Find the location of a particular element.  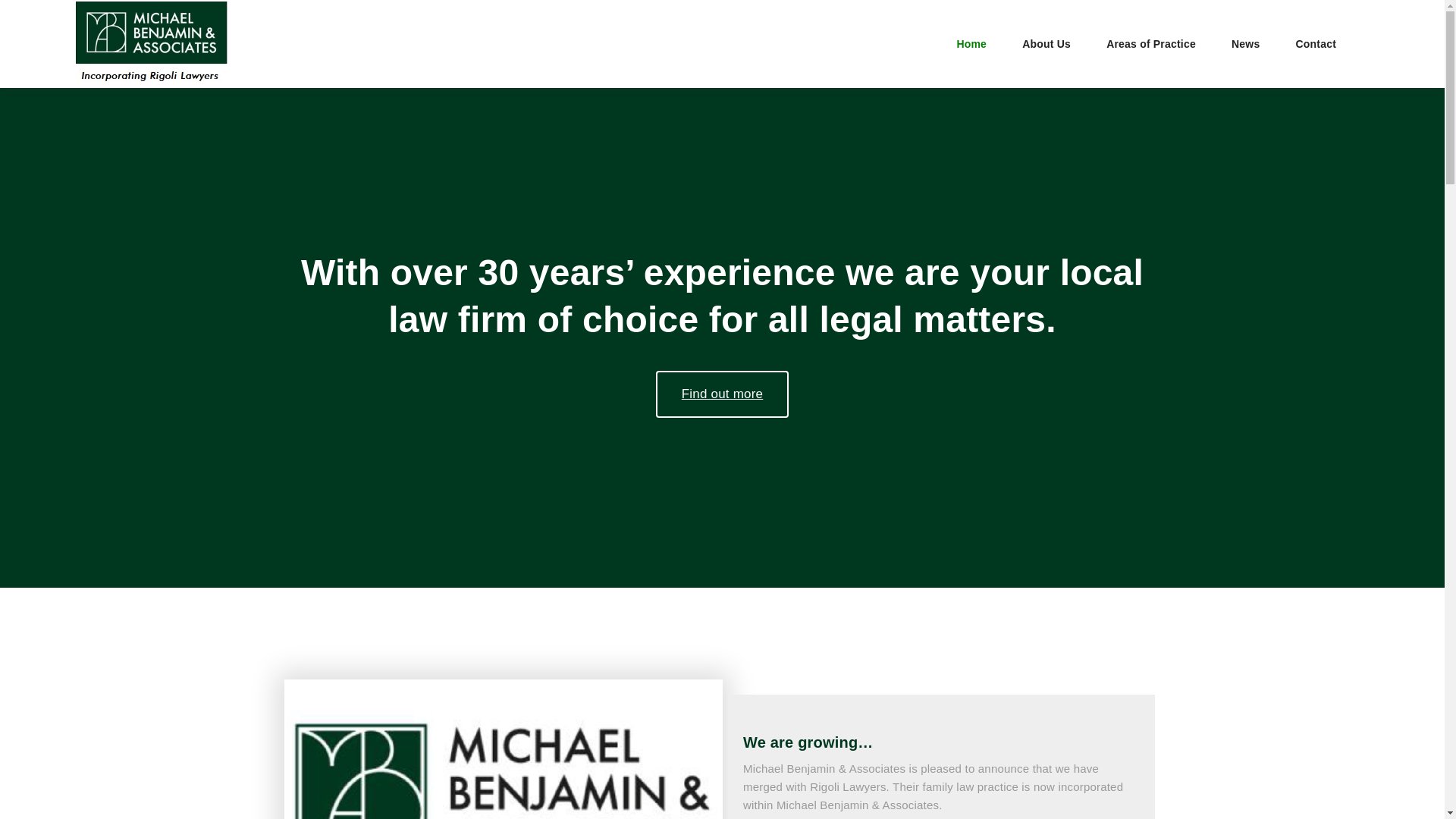

'News' is located at coordinates (1231, 43).